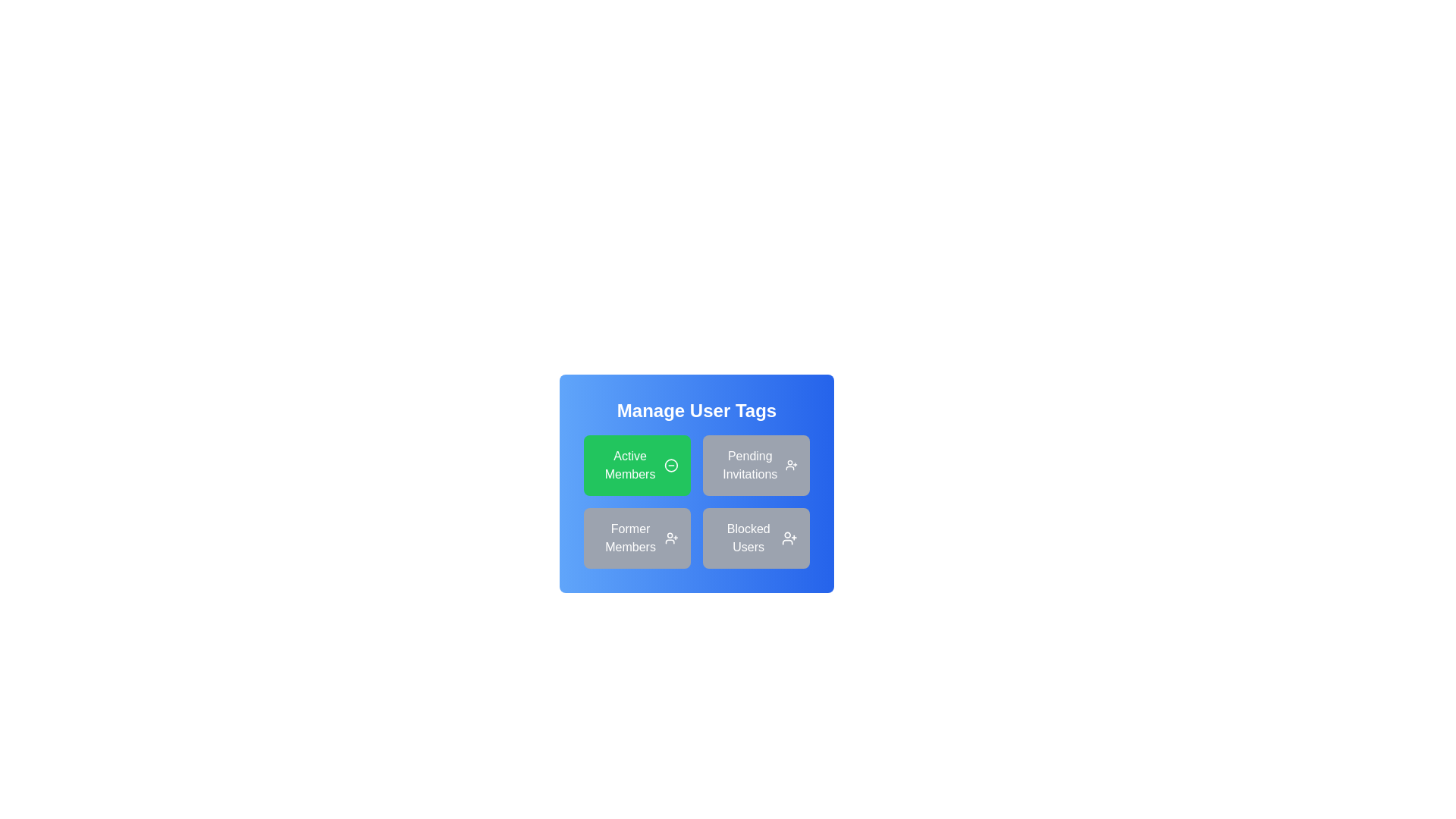 The height and width of the screenshot is (819, 1456). I want to click on the text label that indicates the section for managing user tags, located at the top of the blue card, so click(695, 411).